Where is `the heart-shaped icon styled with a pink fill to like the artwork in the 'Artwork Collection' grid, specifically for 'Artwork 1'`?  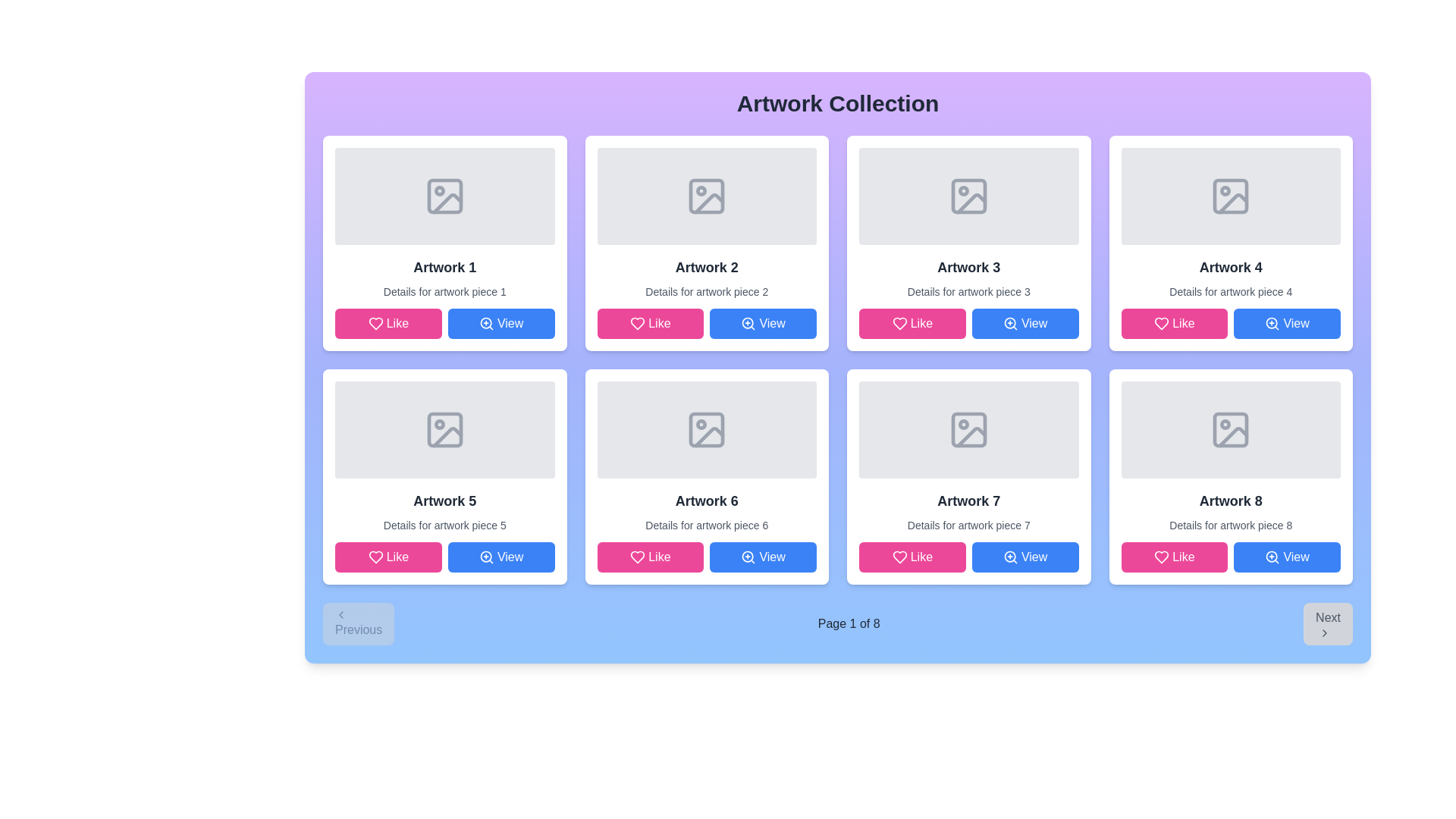 the heart-shaped icon styled with a pink fill to like the artwork in the 'Artwork Collection' grid, specifically for 'Artwork 1' is located at coordinates (375, 323).